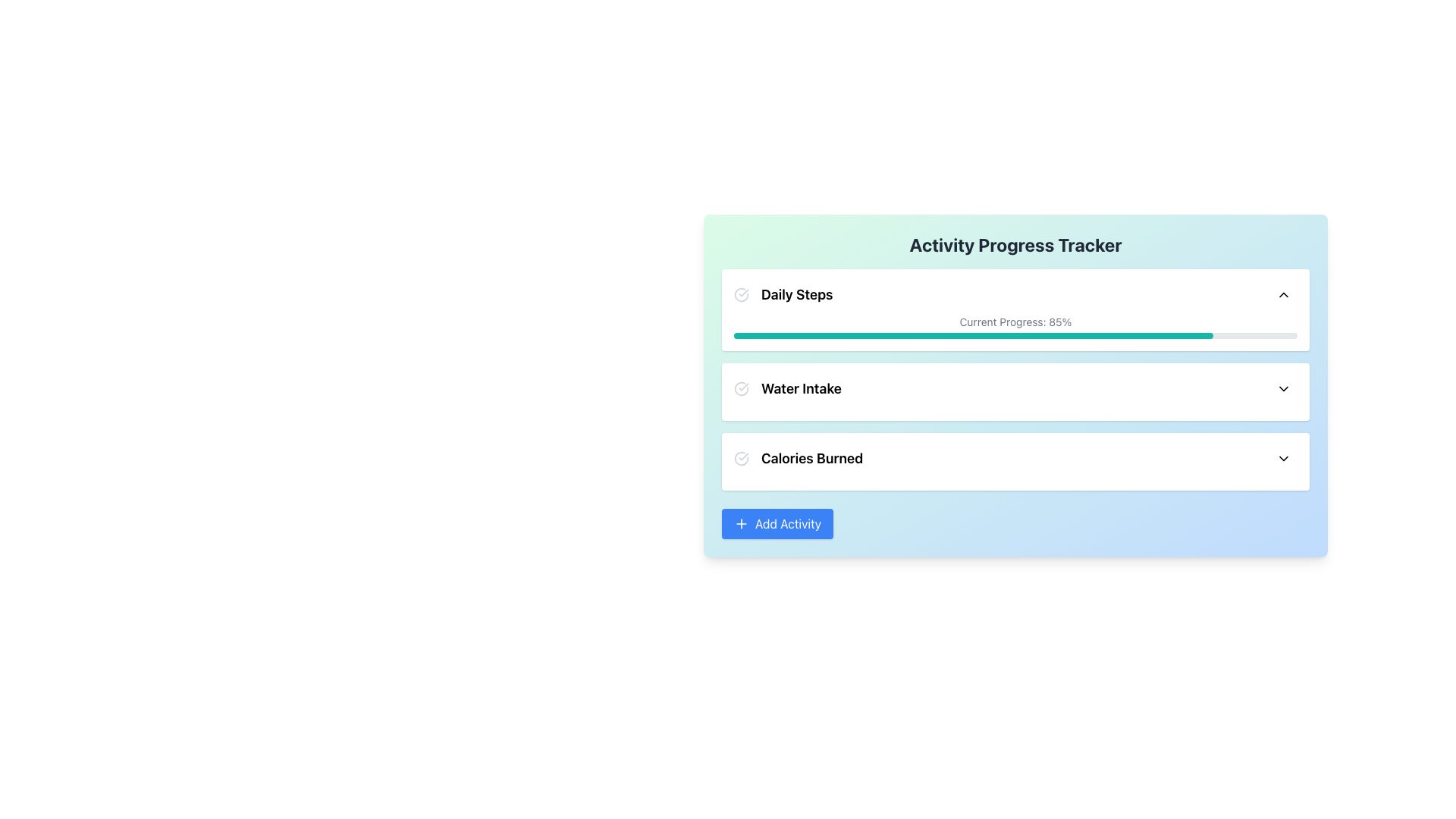 This screenshot has height=819, width=1456. I want to click on the progress bar indicating 85% completion for the 'Daily Steps' activity, located below the 'Current Progress: 85%' text, so click(1015, 335).